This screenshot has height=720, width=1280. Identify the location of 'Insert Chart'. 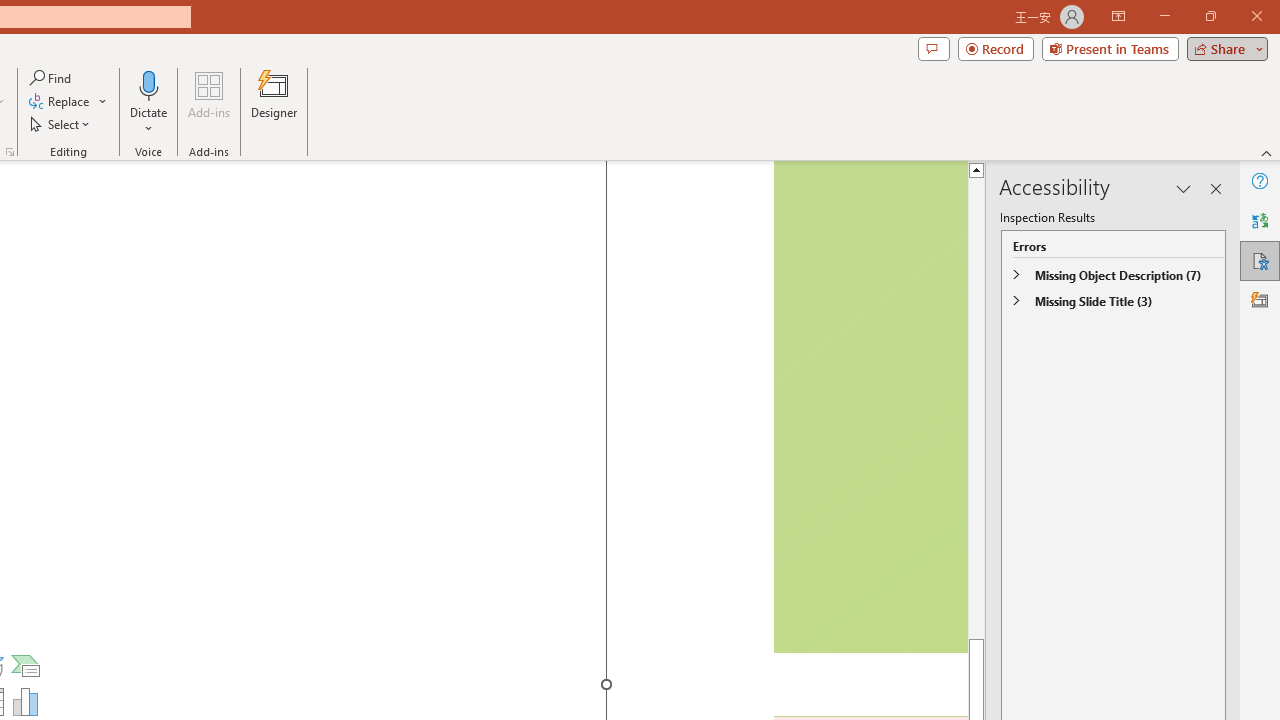
(26, 701).